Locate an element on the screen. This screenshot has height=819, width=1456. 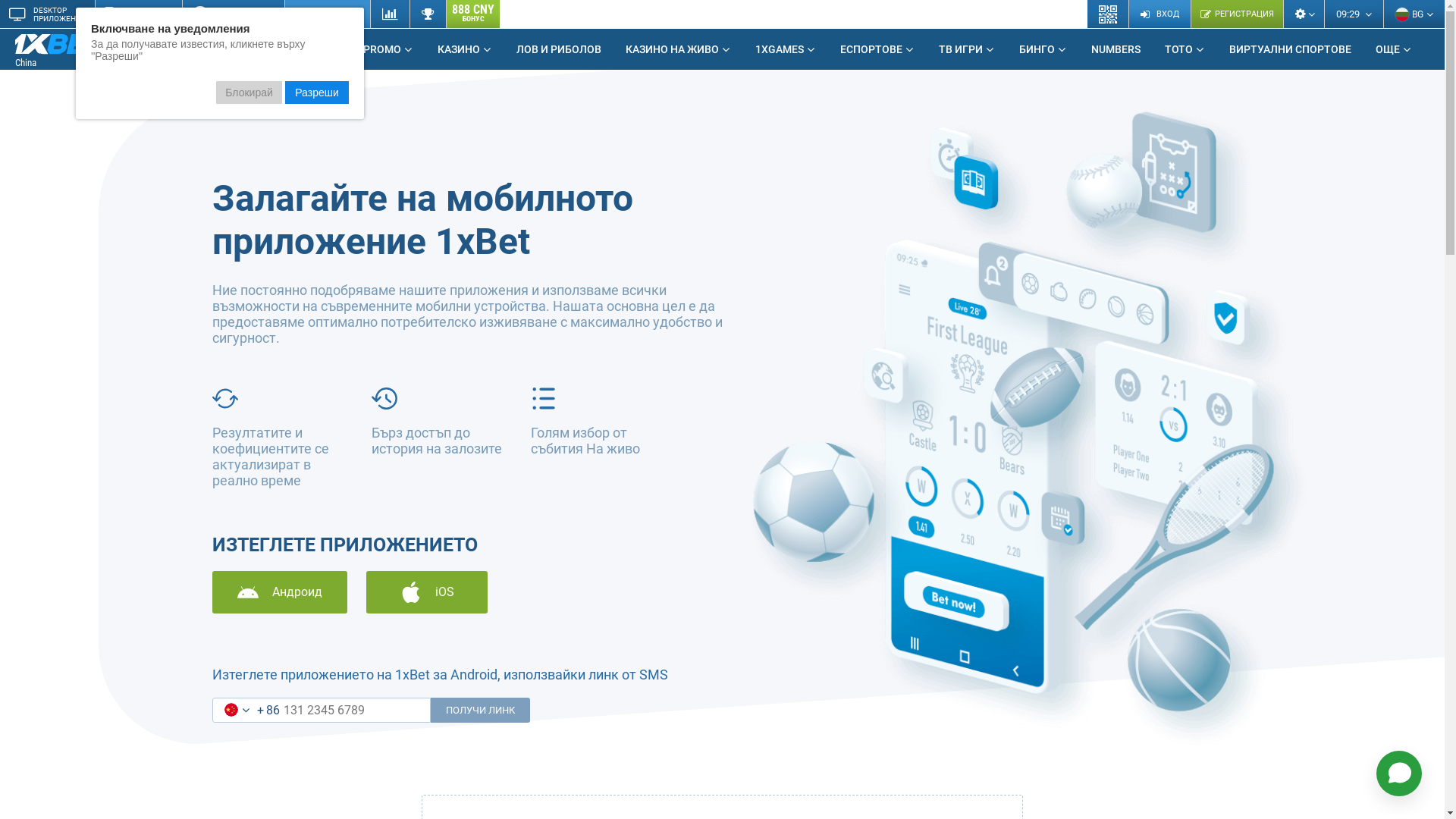
'iOS' is located at coordinates (366, 591).